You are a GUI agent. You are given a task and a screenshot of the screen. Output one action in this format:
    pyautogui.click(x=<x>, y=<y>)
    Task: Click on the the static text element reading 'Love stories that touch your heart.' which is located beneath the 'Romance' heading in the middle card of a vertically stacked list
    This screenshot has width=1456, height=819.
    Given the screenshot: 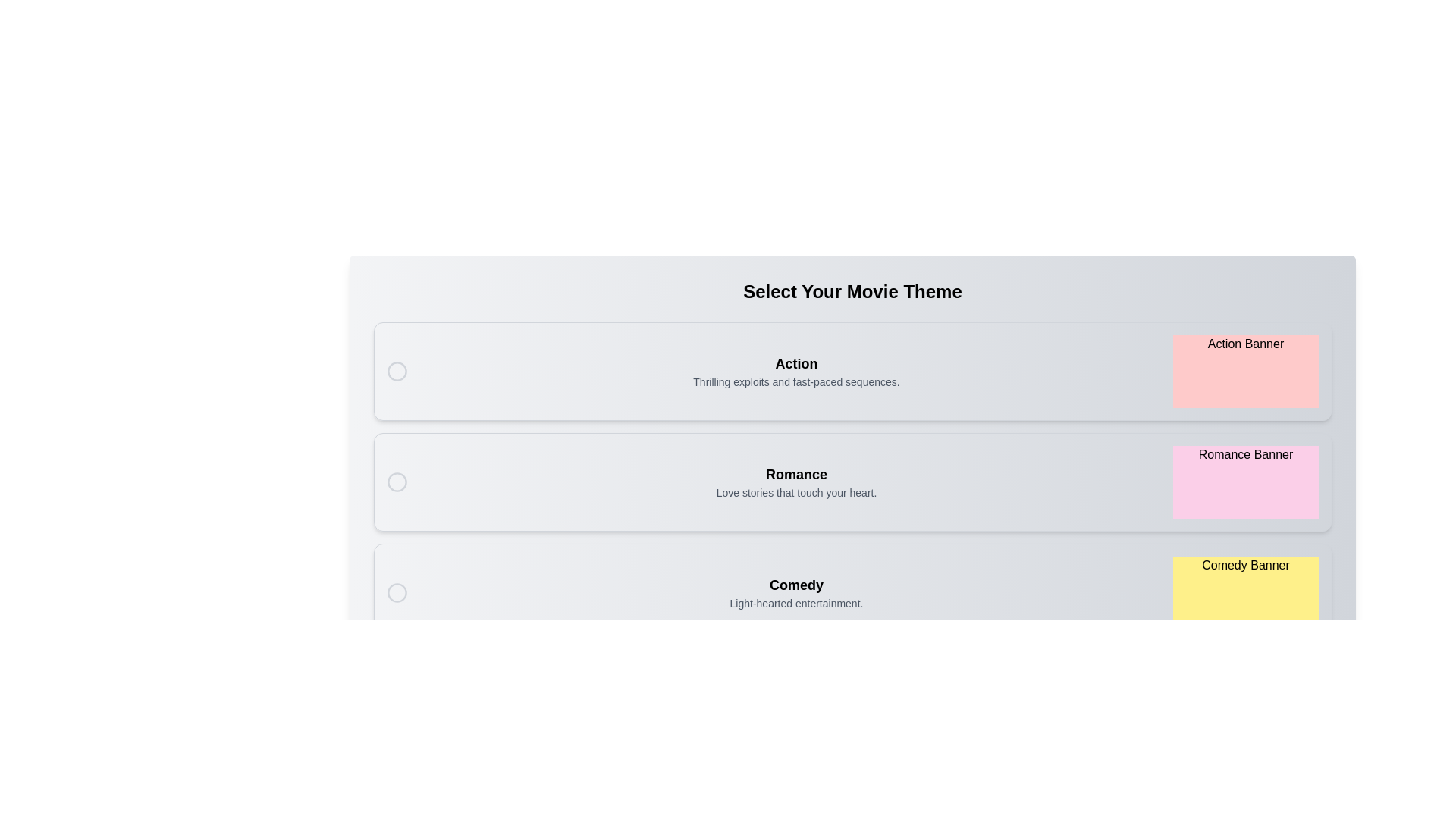 What is the action you would take?
    pyautogui.click(x=795, y=493)
    